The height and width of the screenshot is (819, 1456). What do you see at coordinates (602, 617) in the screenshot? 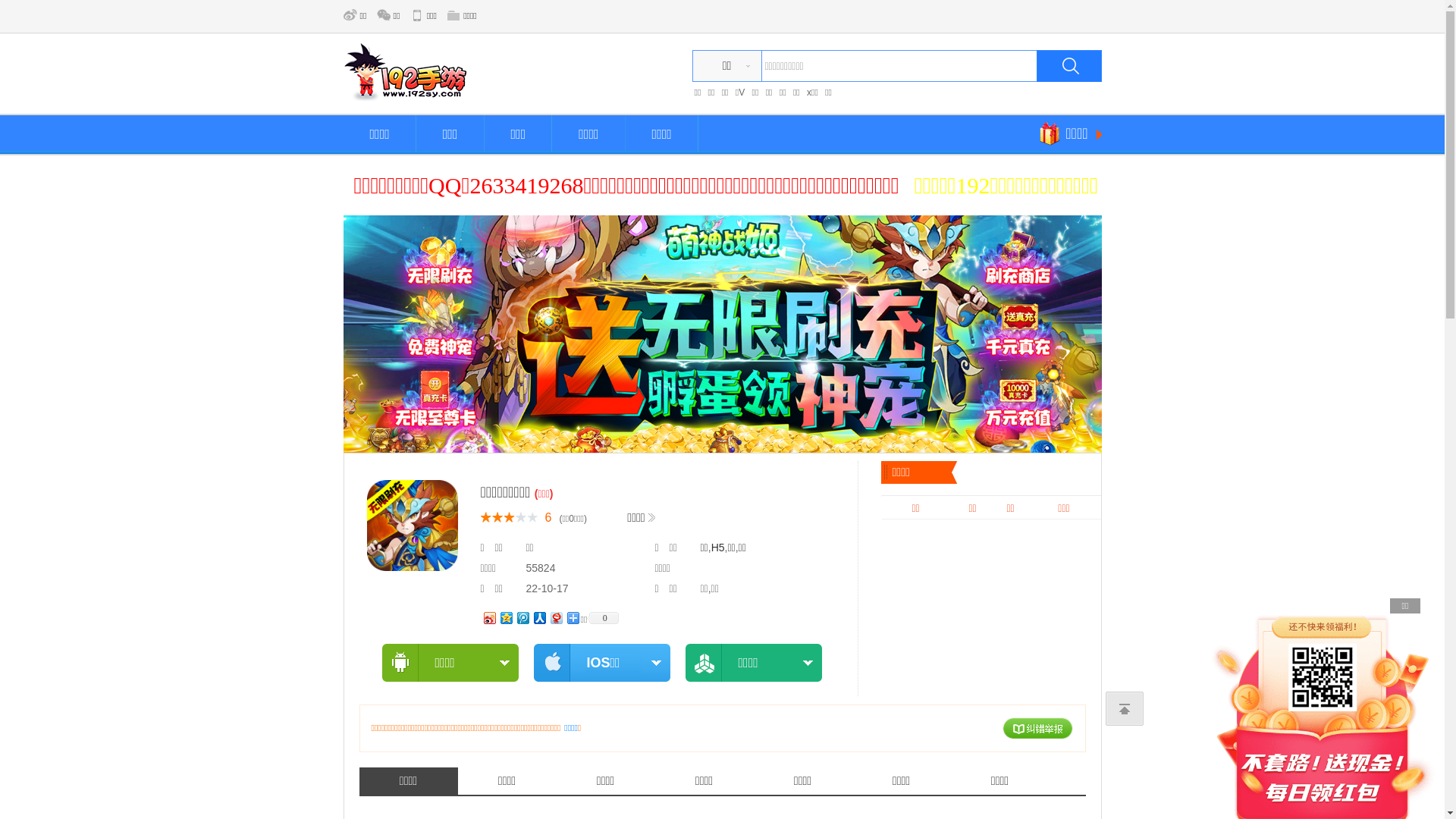
I see `'0'` at bounding box center [602, 617].